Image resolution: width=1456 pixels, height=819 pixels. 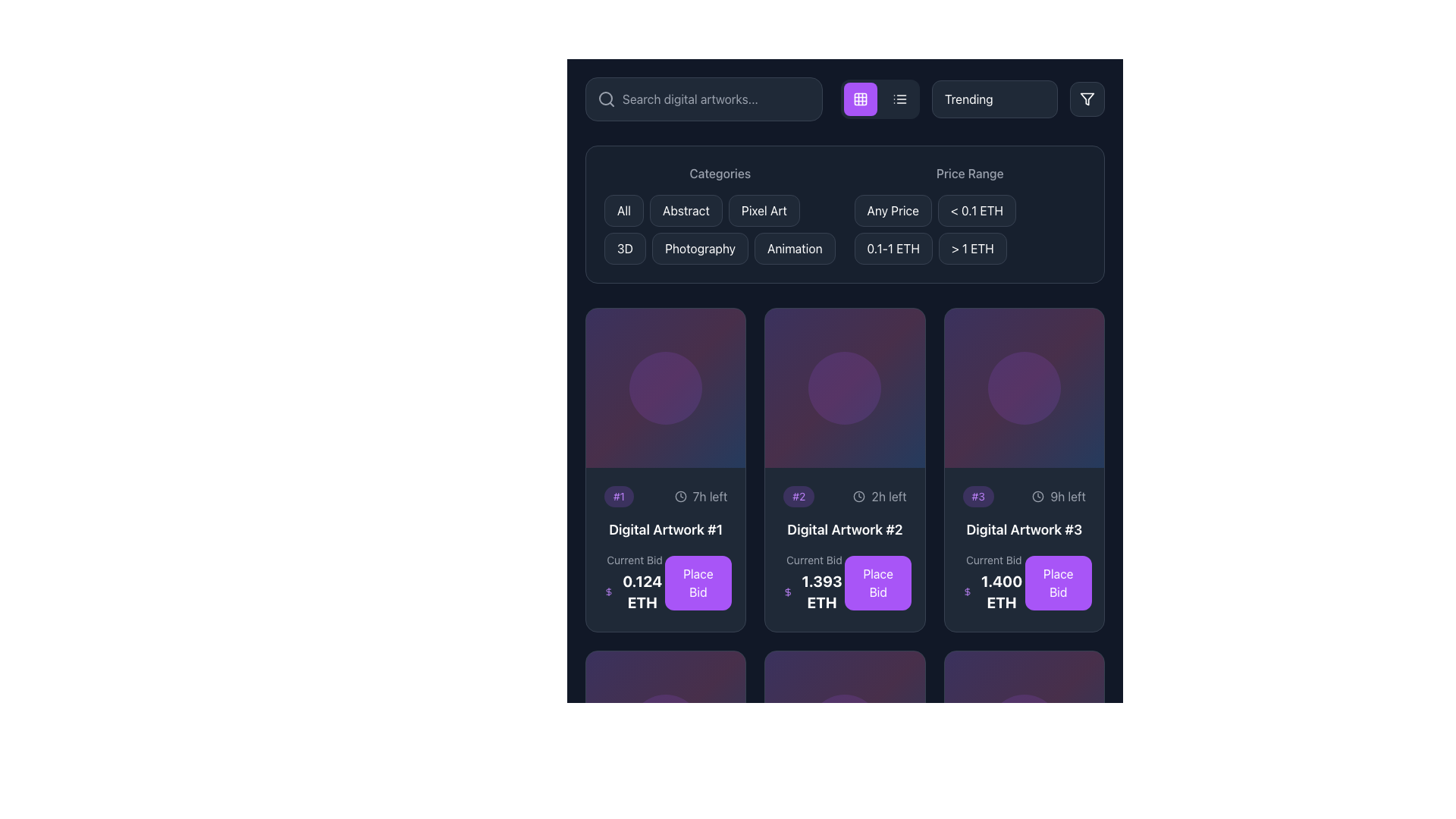 I want to click on the button labeled '0.1-1 ETH', which is the third button in the second row under the 'Price Range' section, so click(x=893, y=247).